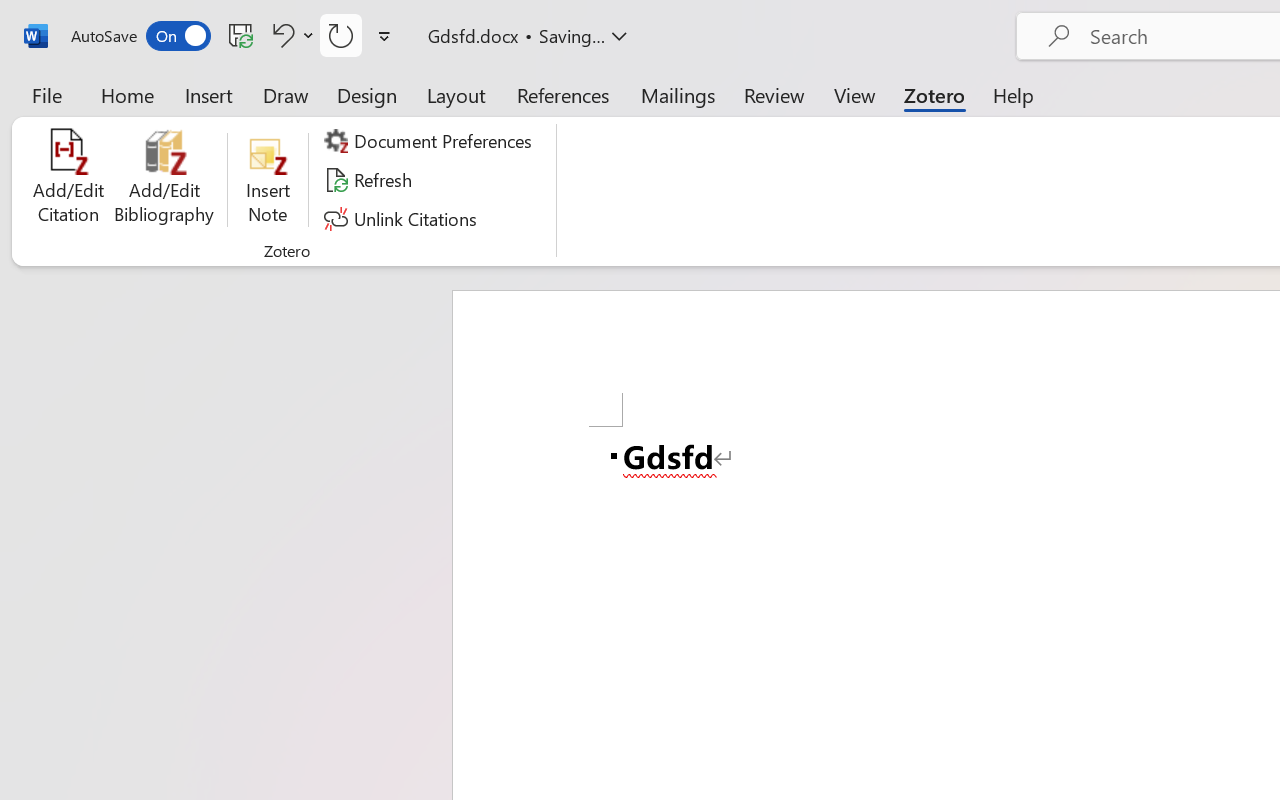 This screenshot has width=1280, height=800. Describe the element at coordinates (267, 179) in the screenshot. I see `'Insert Note'` at that location.